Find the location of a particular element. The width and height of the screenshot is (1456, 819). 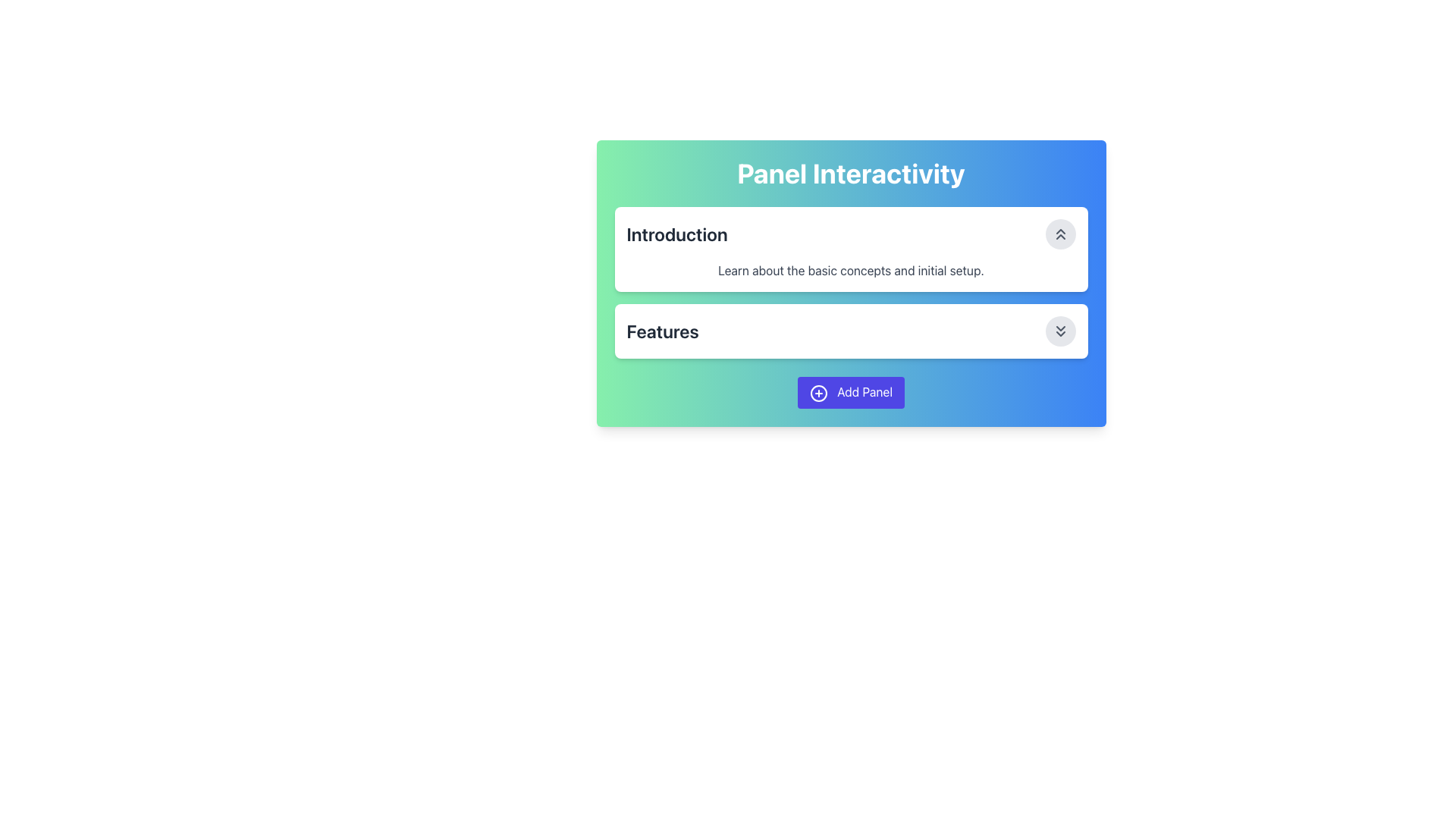

the SVG graphic depicting the chevrons located in the circular clickable area on the right edge of the white rounded rectangle box labeled 'Introduction' is located at coordinates (1059, 234).